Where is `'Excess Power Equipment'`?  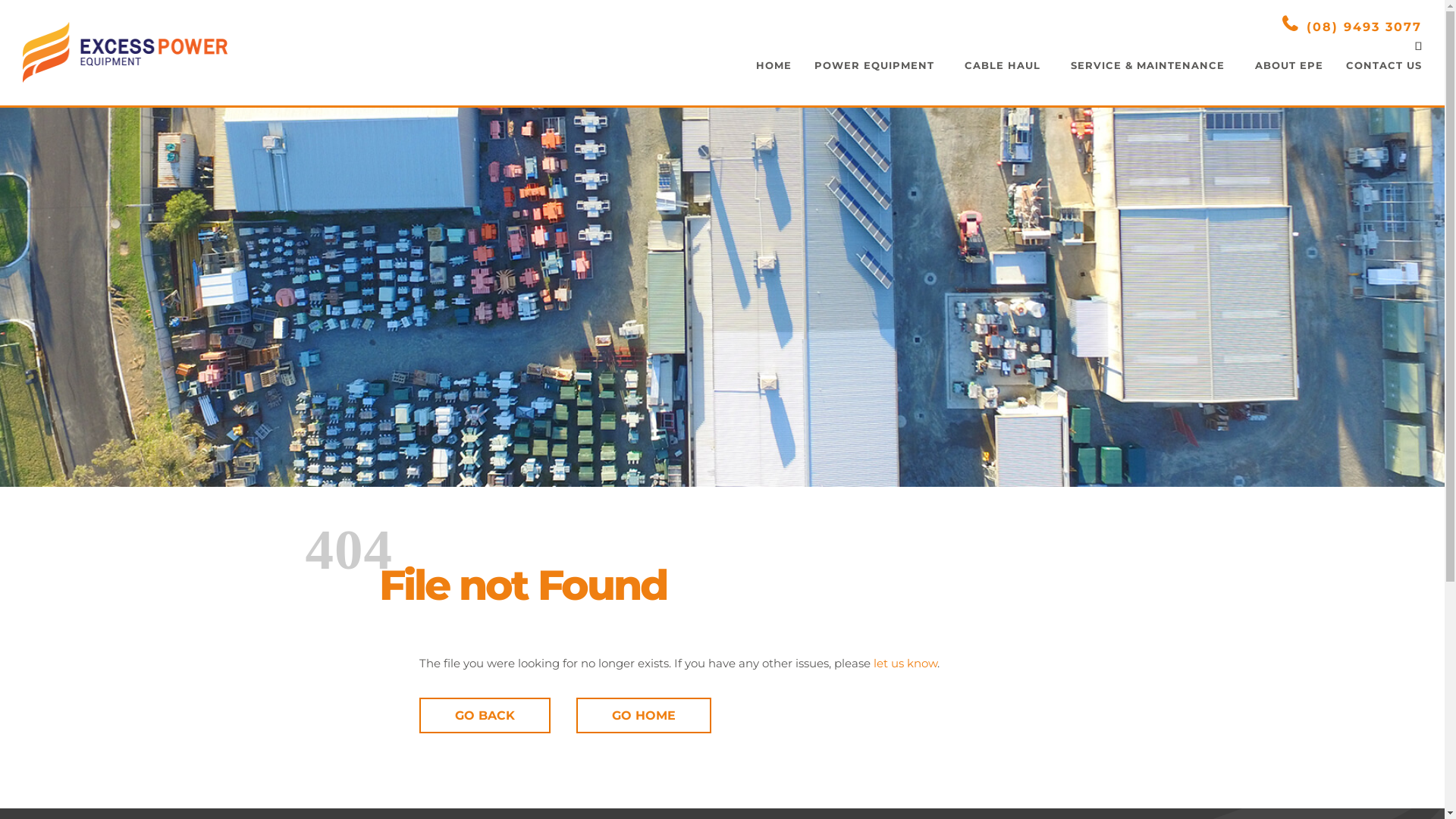 'Excess Power Equipment' is located at coordinates (22, 52).